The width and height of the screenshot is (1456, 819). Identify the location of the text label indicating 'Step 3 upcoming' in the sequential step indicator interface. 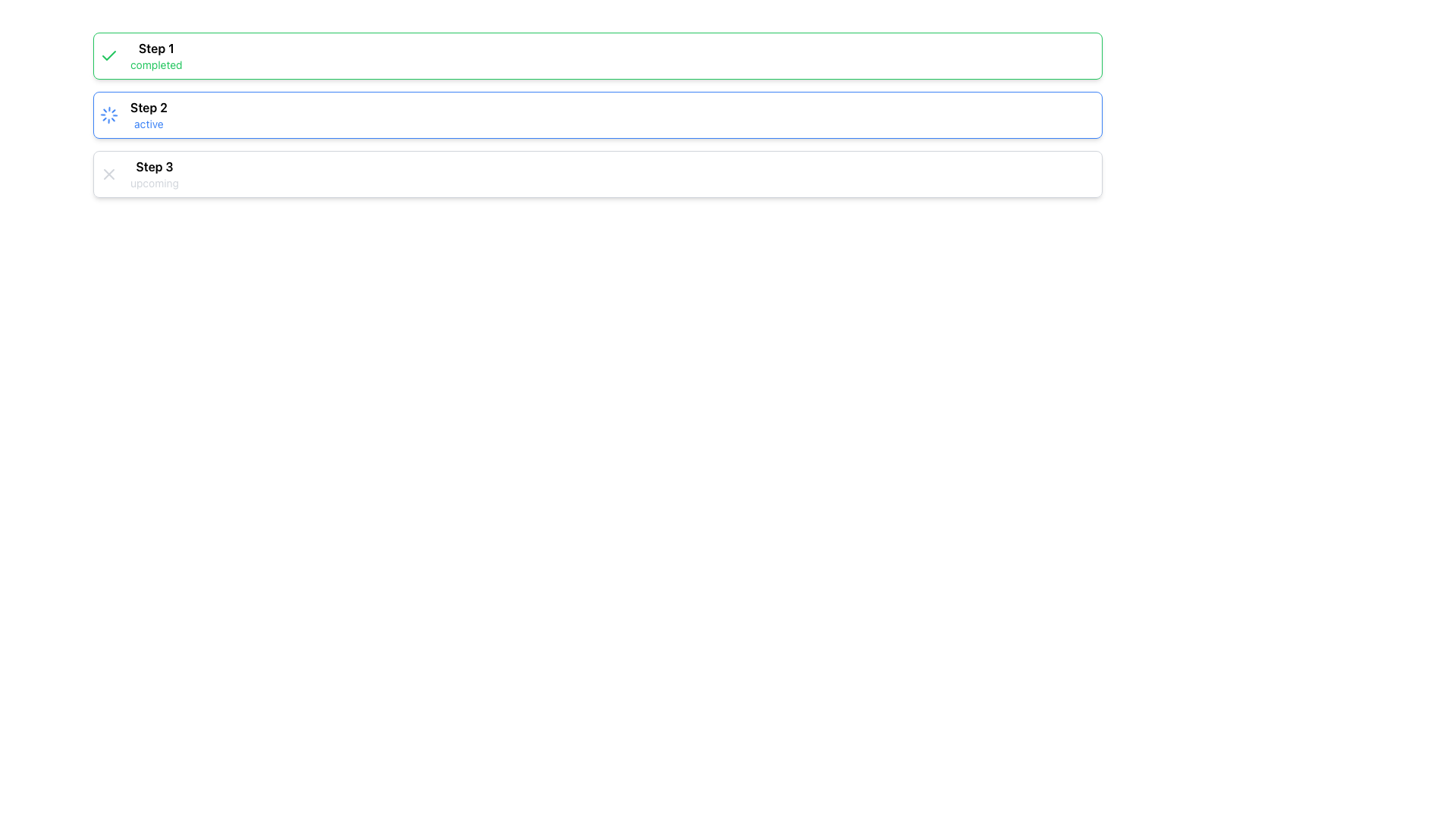
(154, 166).